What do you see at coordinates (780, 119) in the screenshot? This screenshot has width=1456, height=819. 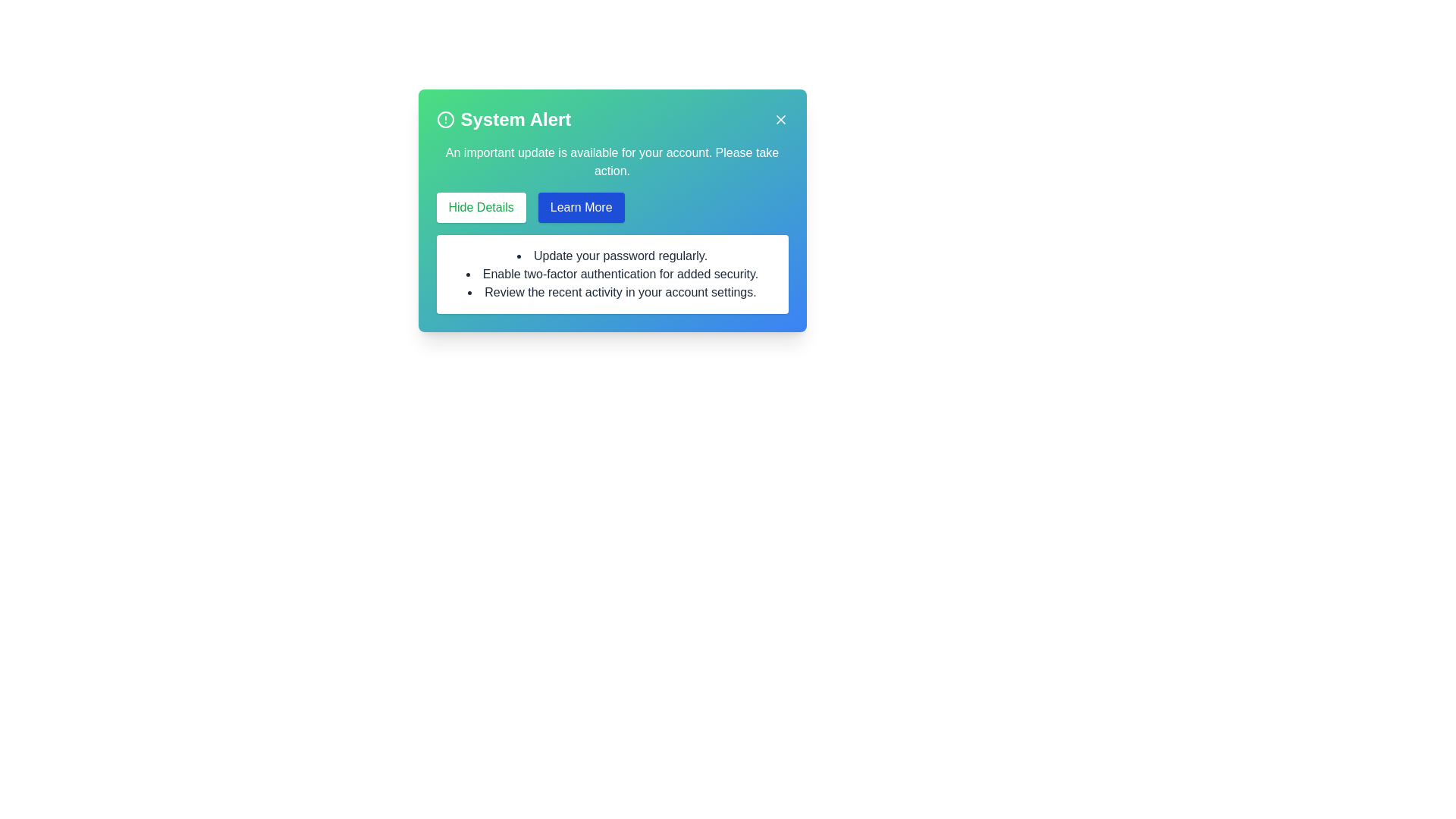 I see `the close icon button located at the top-right corner of the 'System Alert' dialog box` at bounding box center [780, 119].